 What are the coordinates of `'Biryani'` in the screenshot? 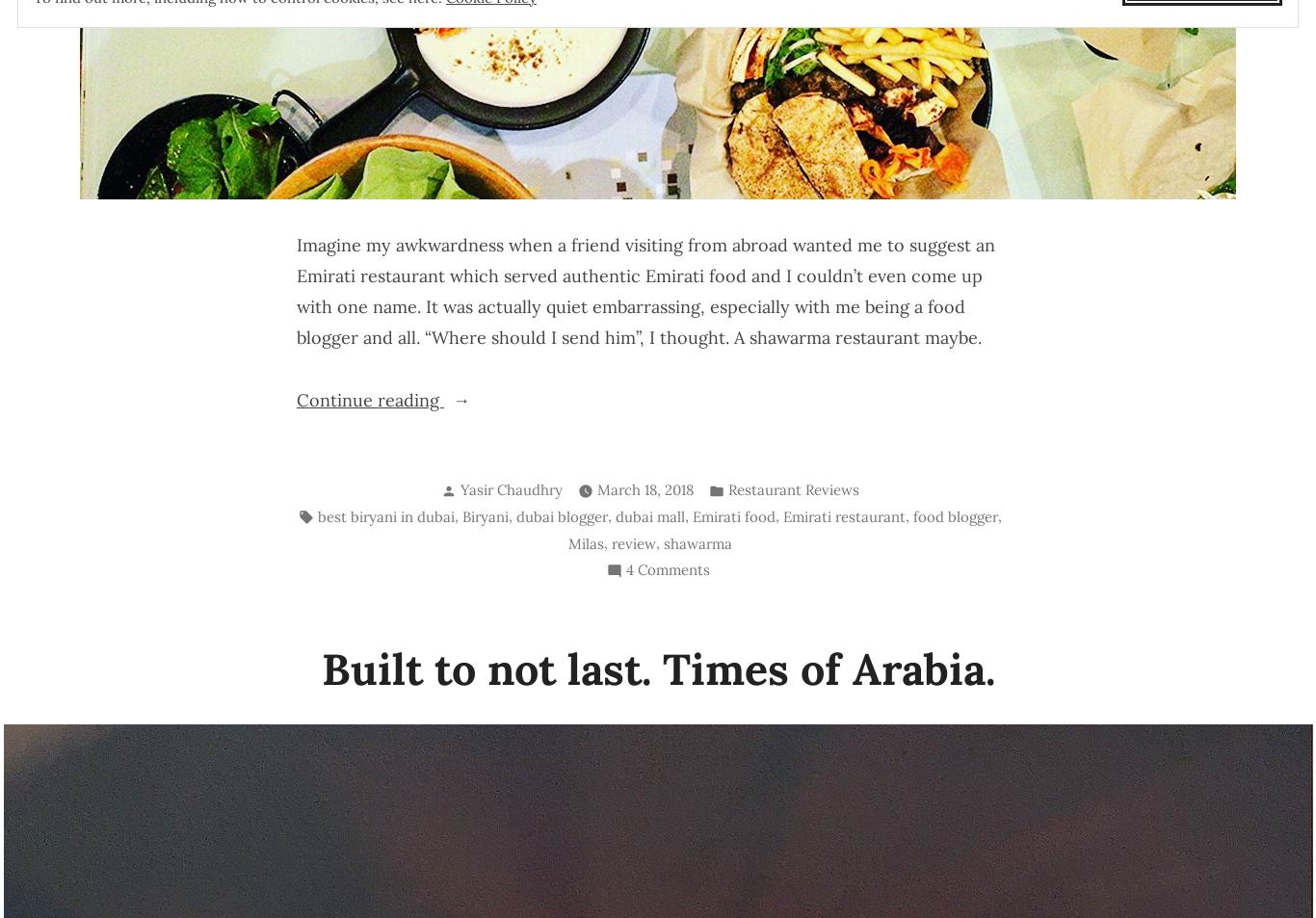 It's located at (486, 516).